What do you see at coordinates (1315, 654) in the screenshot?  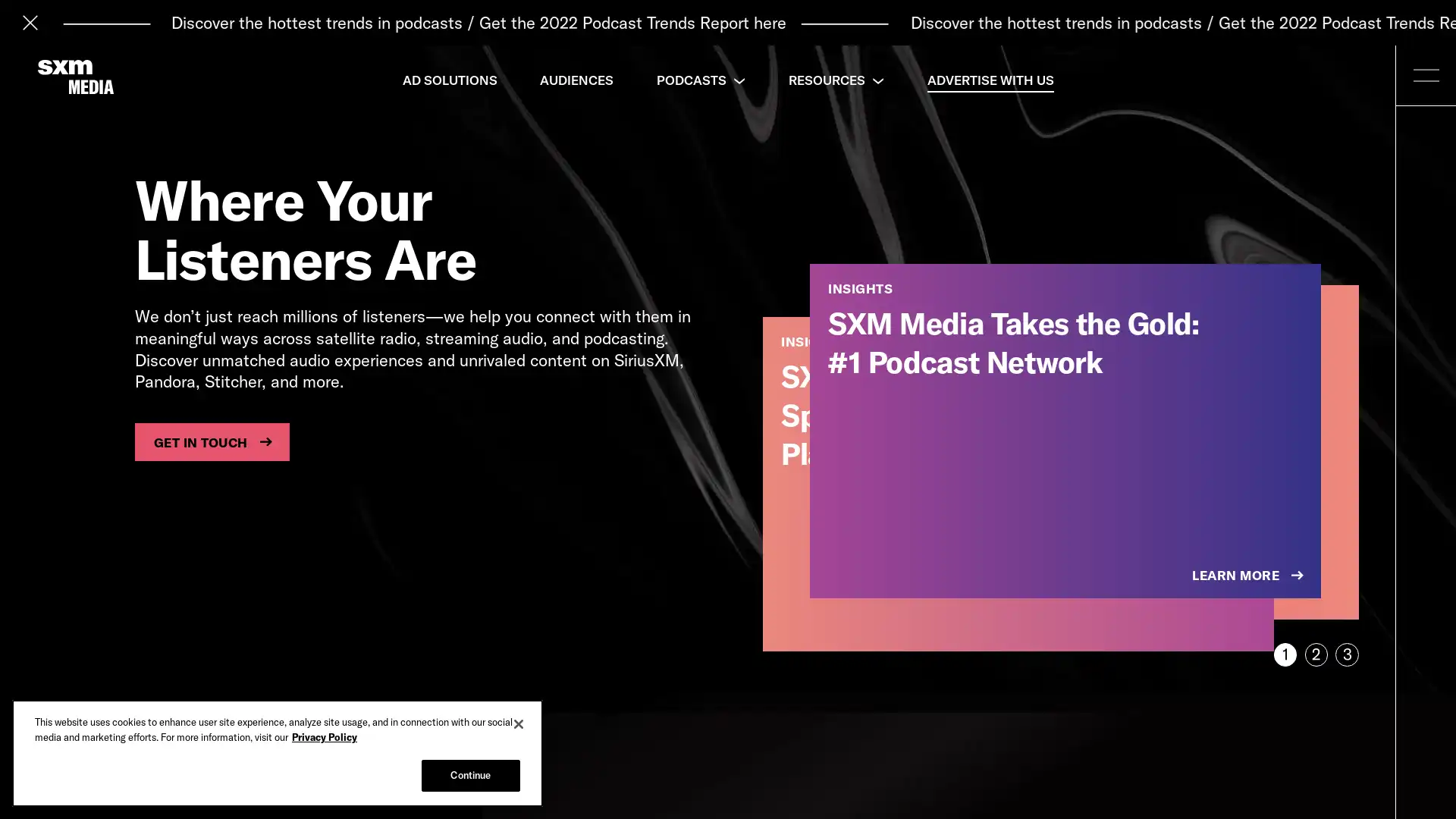 I see `2` at bounding box center [1315, 654].